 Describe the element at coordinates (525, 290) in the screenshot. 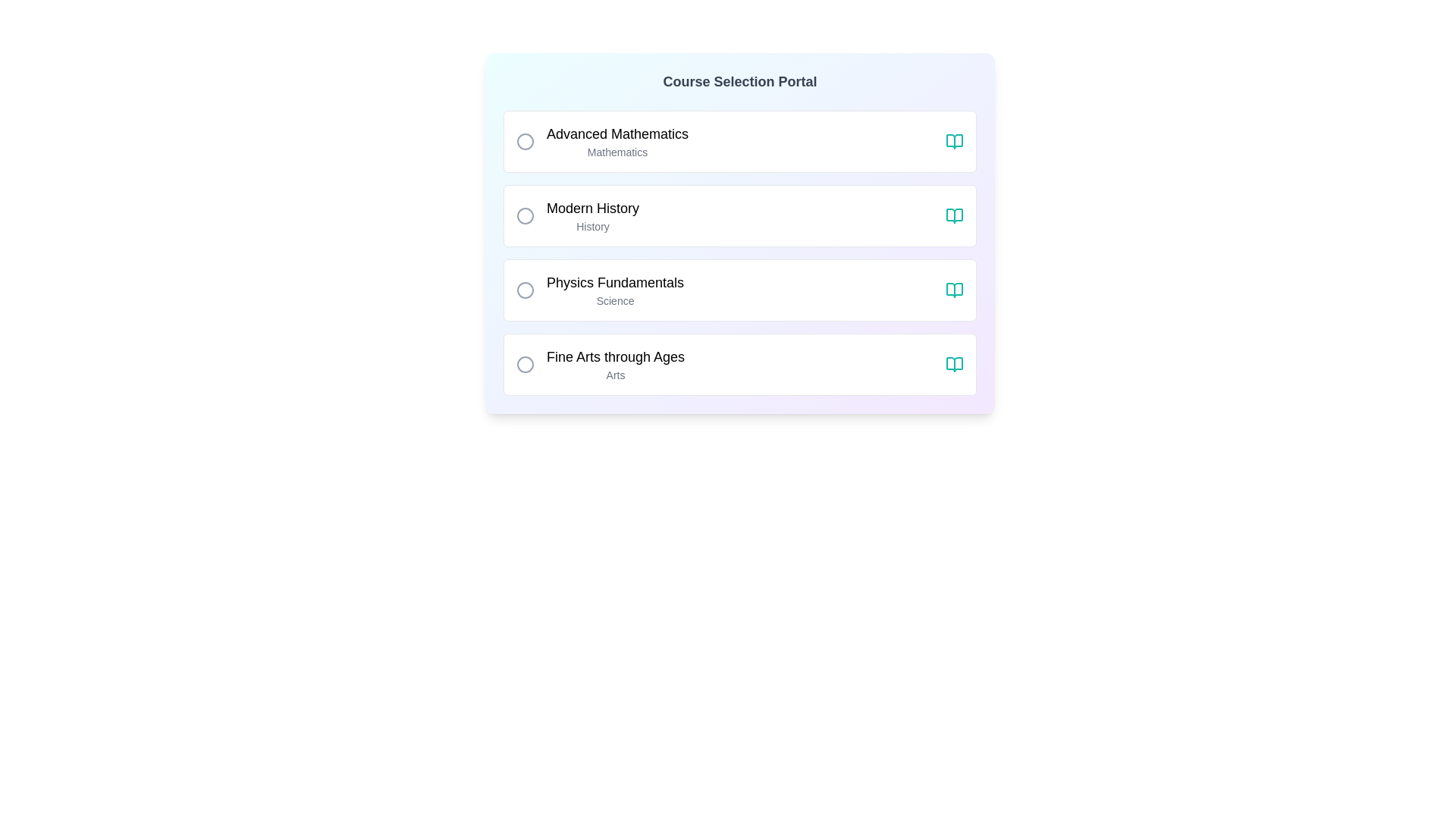

I see `the Circular SVG selection marker located to the left of the text 'Physics Fundamentals', which indicates an unselected state for the associated list item` at that location.